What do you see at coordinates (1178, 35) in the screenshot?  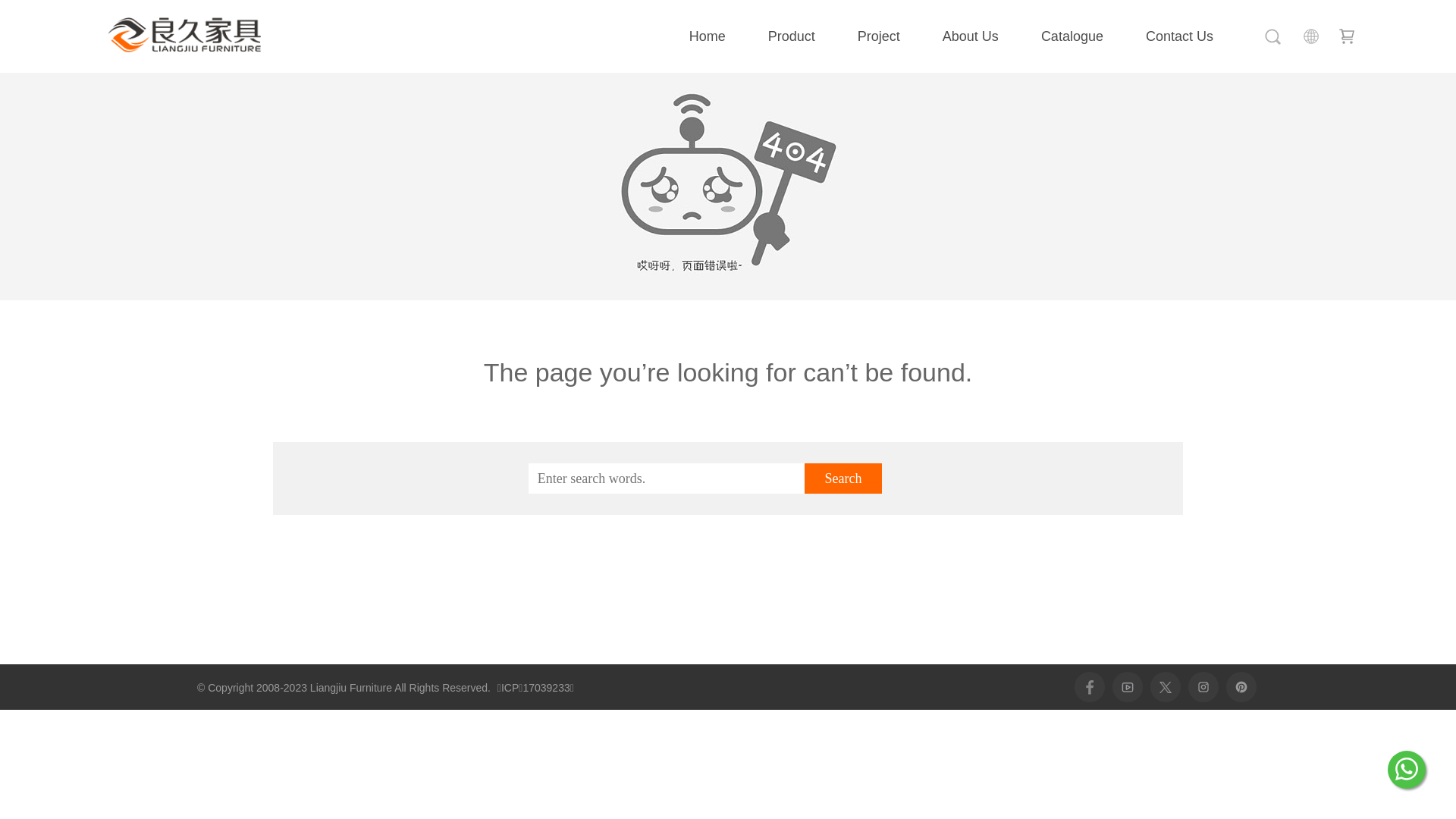 I see `'Contact Us'` at bounding box center [1178, 35].